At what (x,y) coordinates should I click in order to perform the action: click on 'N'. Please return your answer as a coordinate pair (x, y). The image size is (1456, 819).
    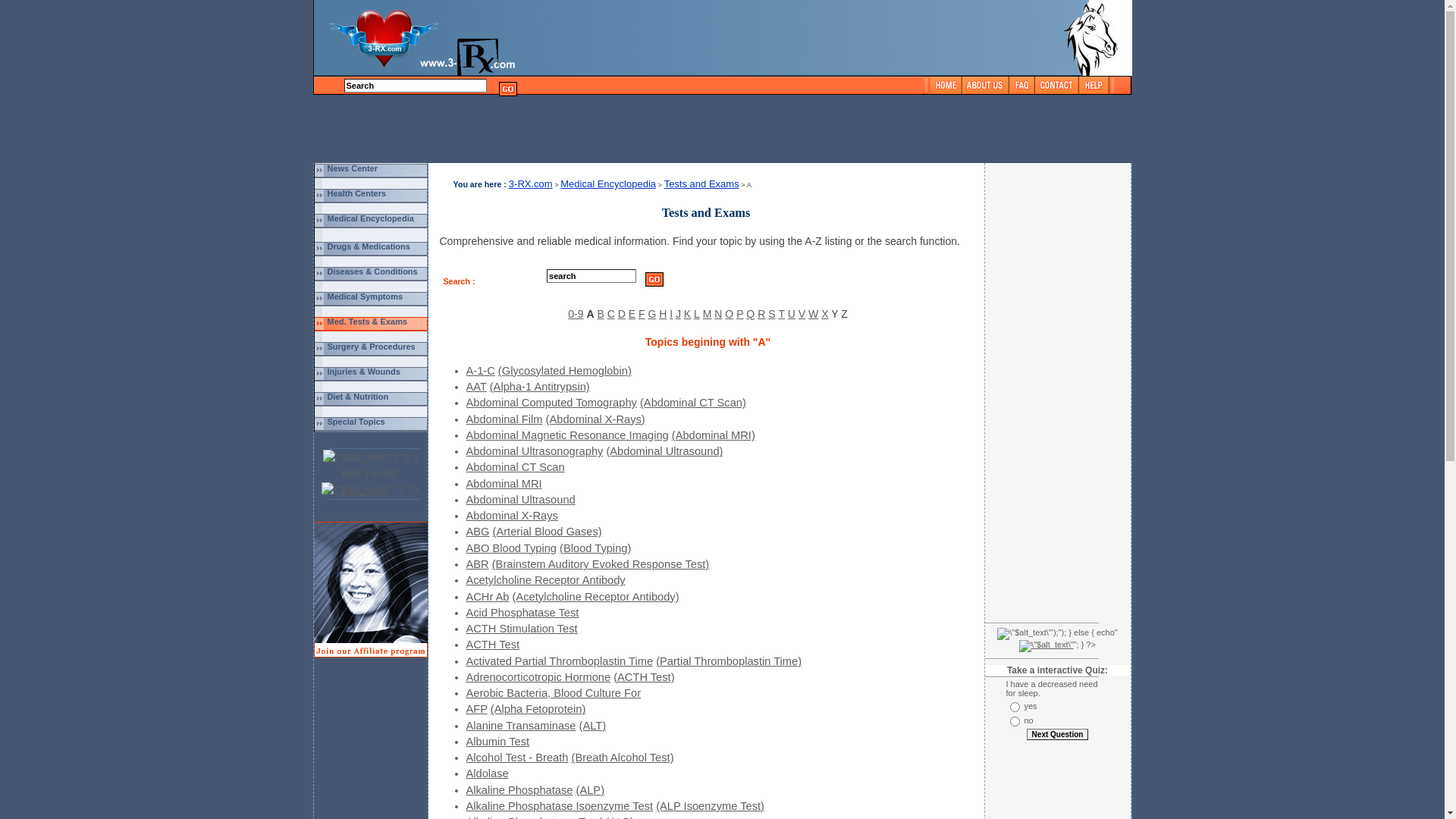
    Looking at the image, I should click on (717, 312).